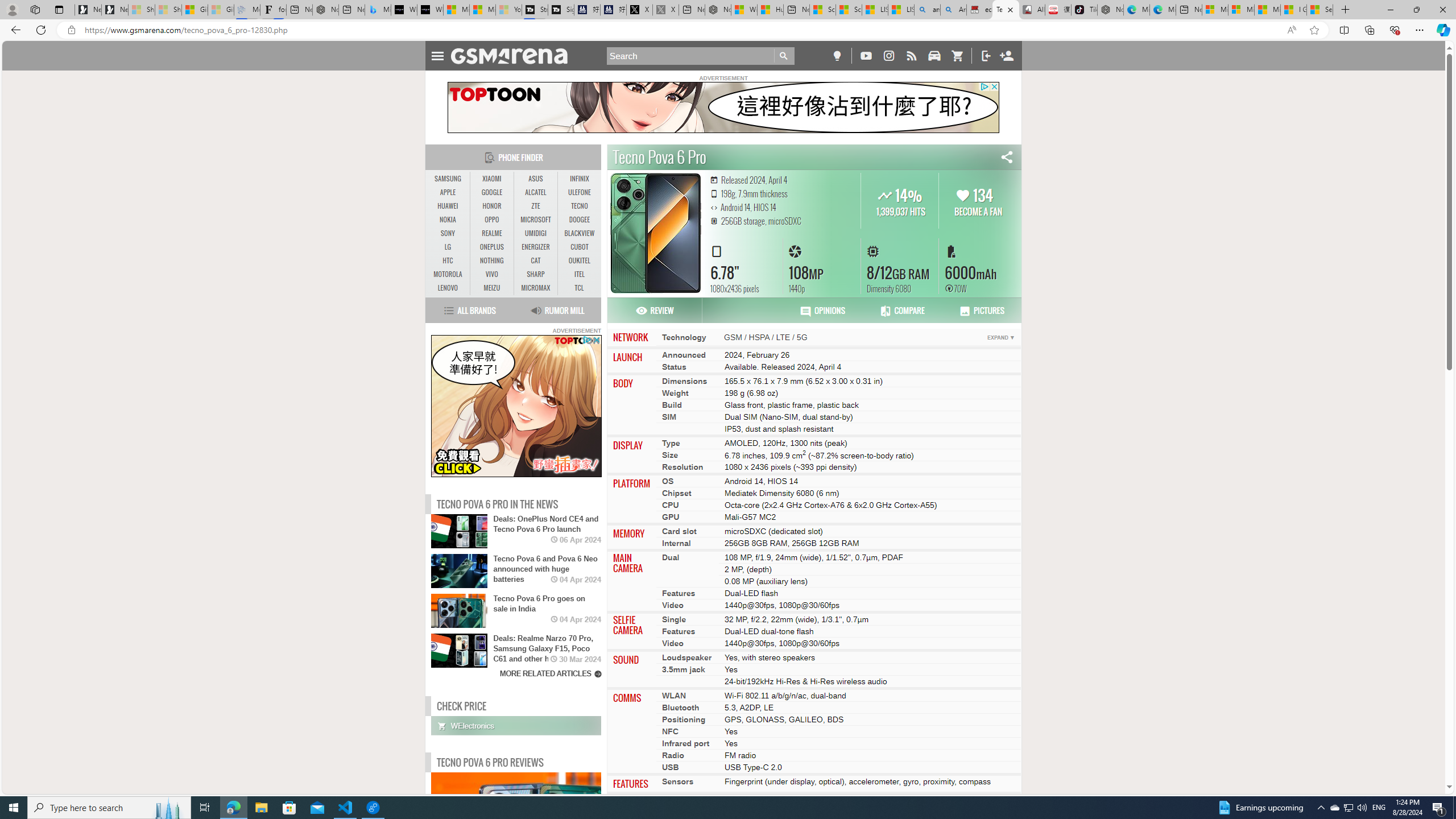 The image size is (1456, 819). Describe the element at coordinates (684, 354) in the screenshot. I see `'Announced'` at that location.